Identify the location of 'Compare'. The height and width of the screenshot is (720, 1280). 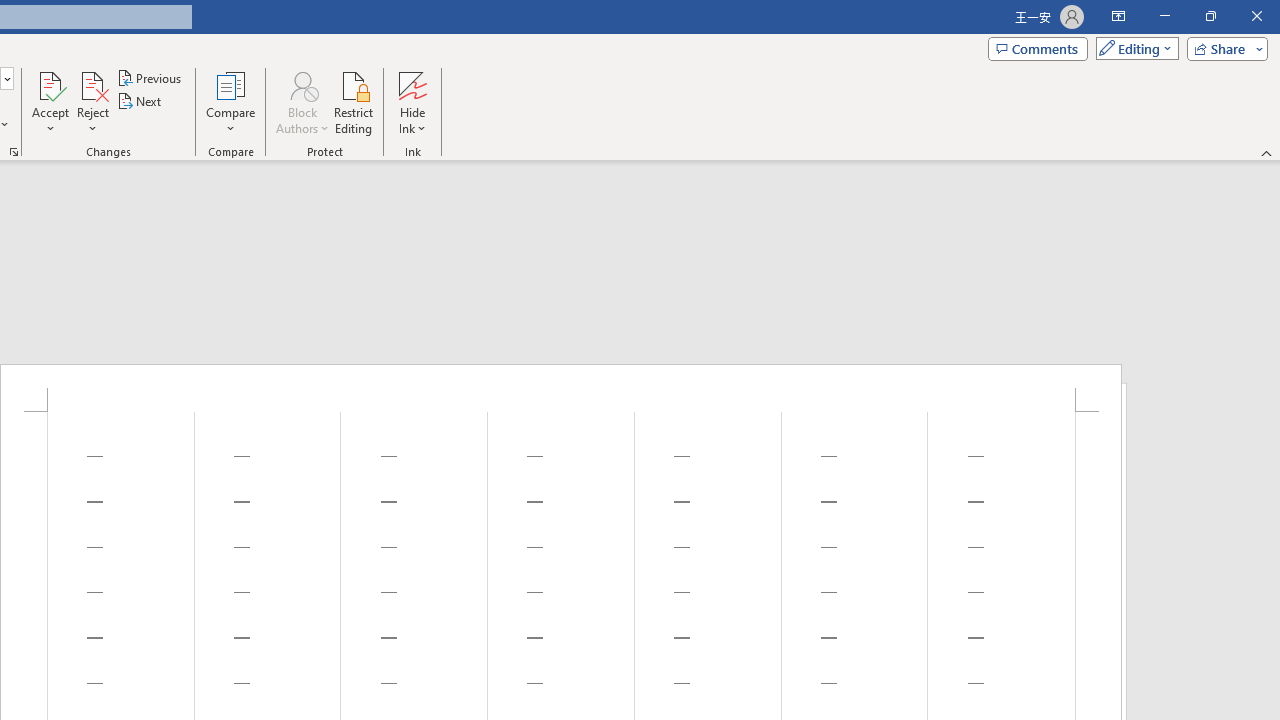
(231, 103).